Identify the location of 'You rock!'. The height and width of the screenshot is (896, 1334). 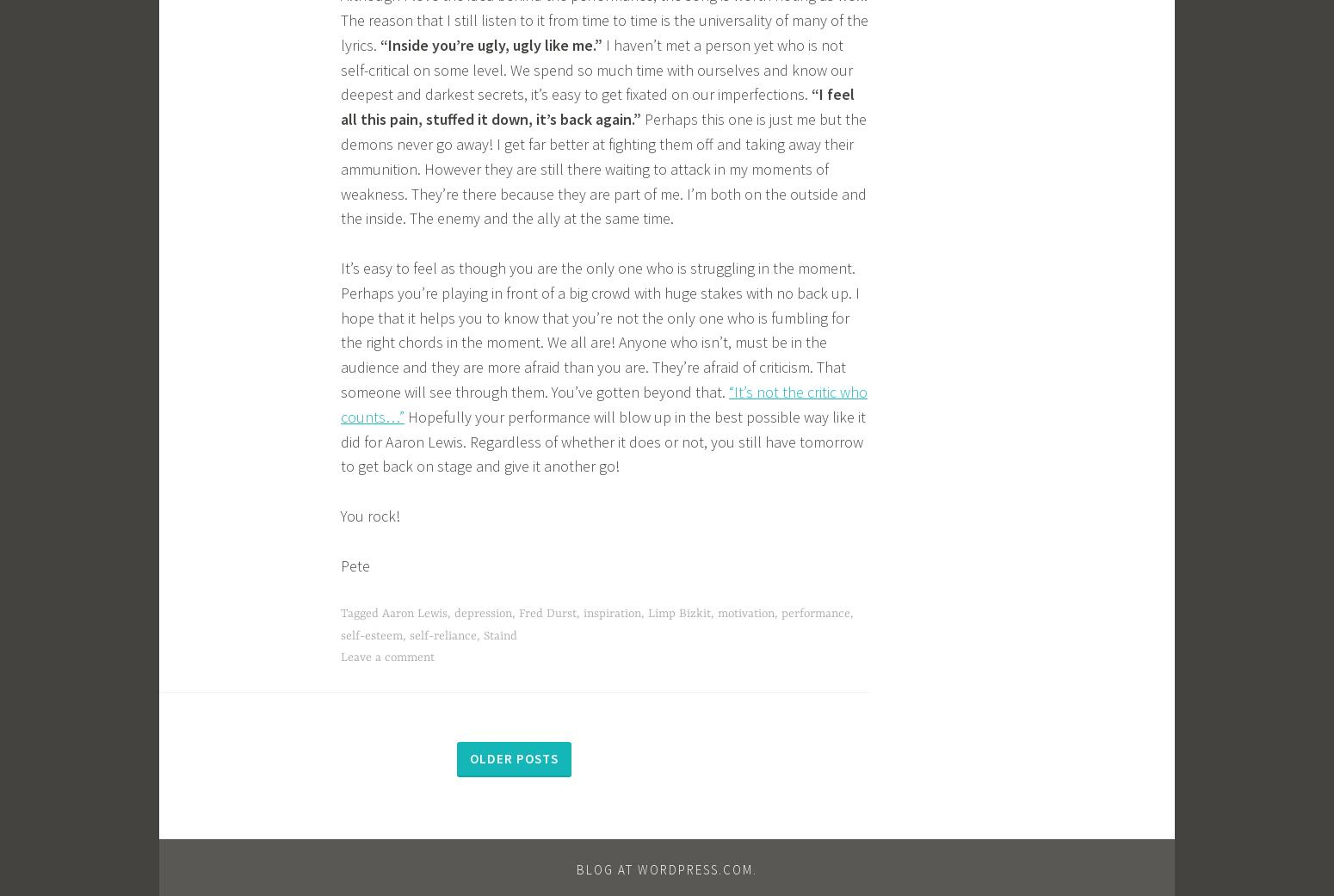
(370, 516).